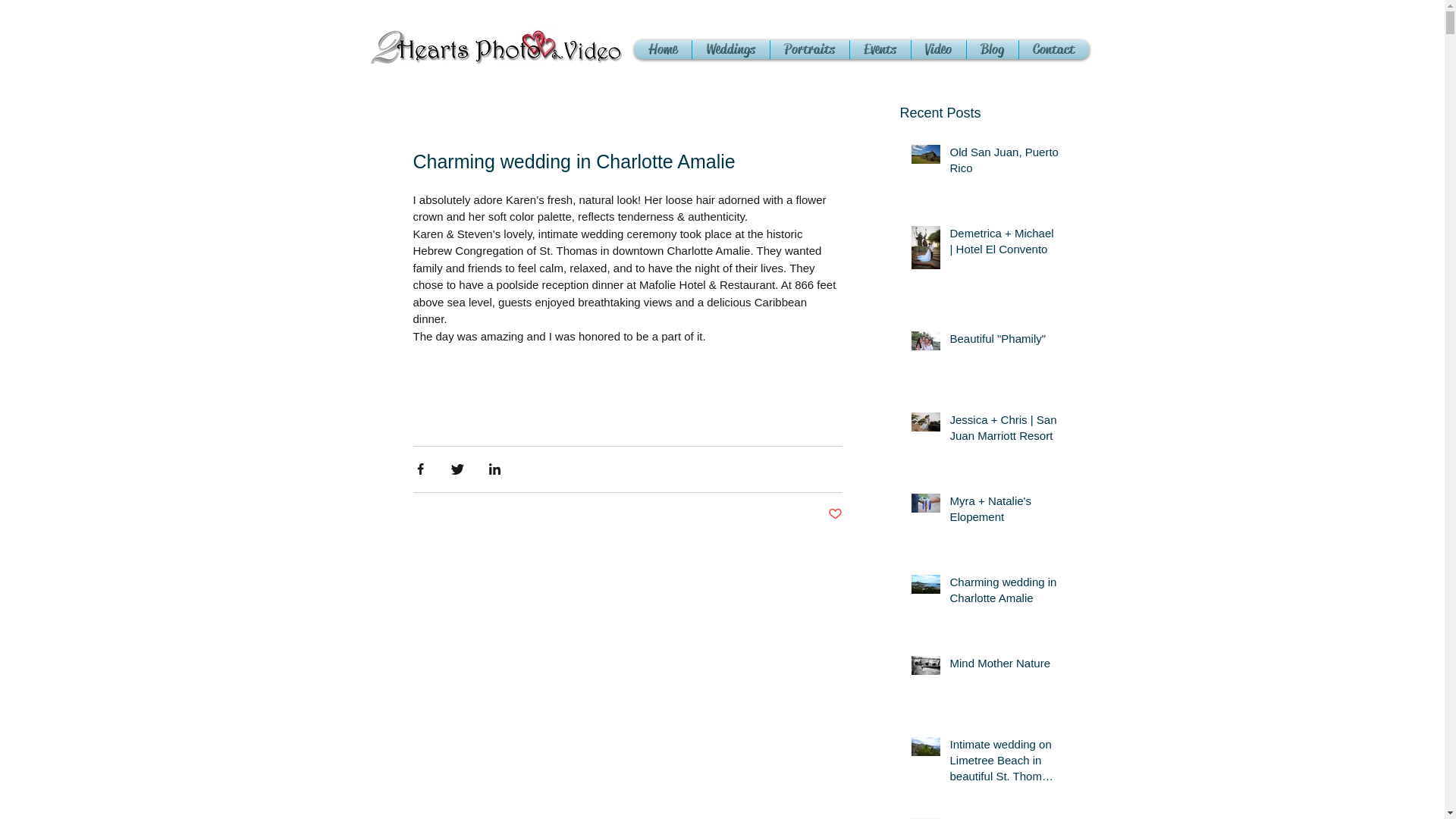  Describe the element at coordinates (730, 49) in the screenshot. I see `'Weddings'` at that location.